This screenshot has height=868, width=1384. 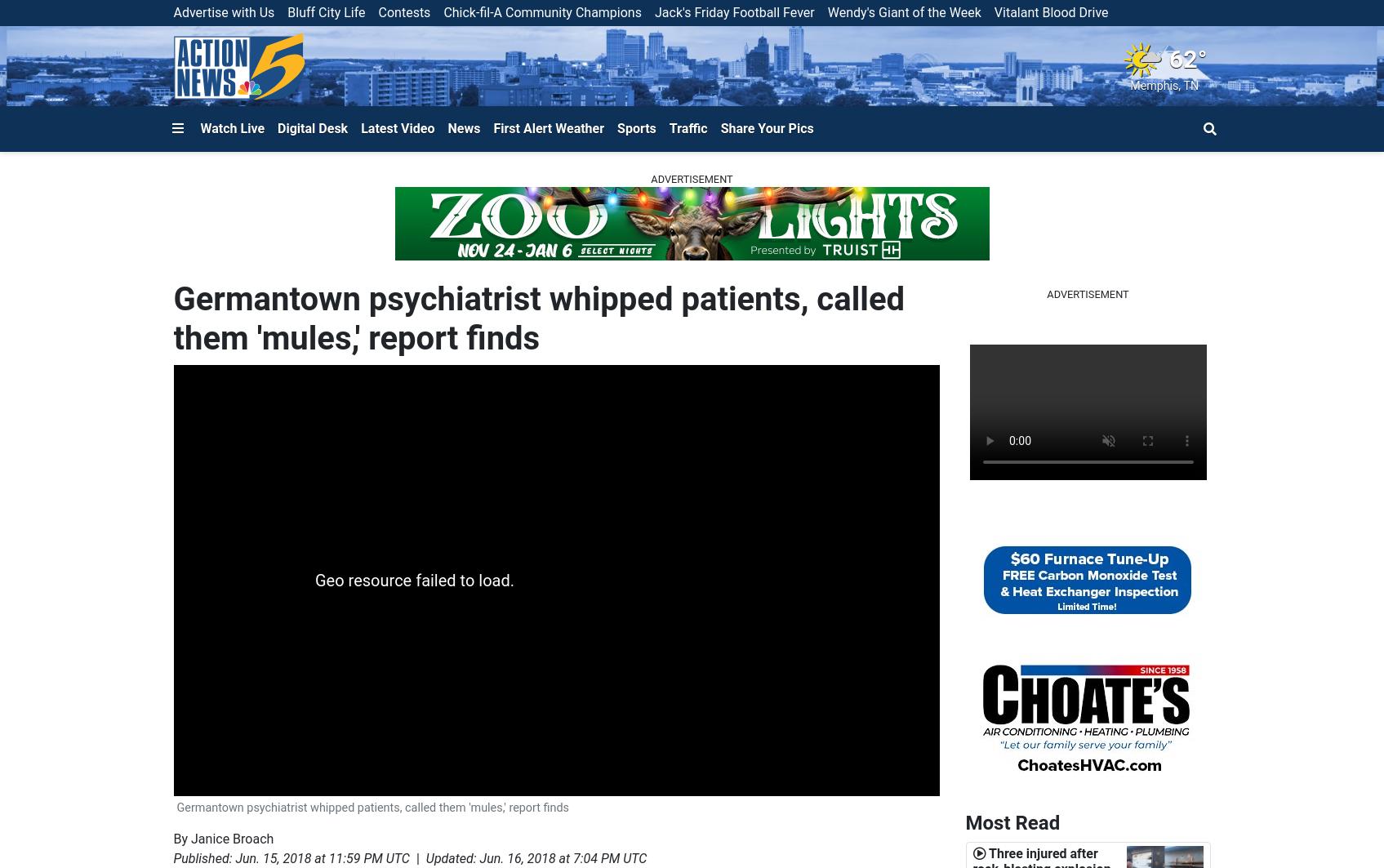 I want to click on 'Contests', so click(x=403, y=12).